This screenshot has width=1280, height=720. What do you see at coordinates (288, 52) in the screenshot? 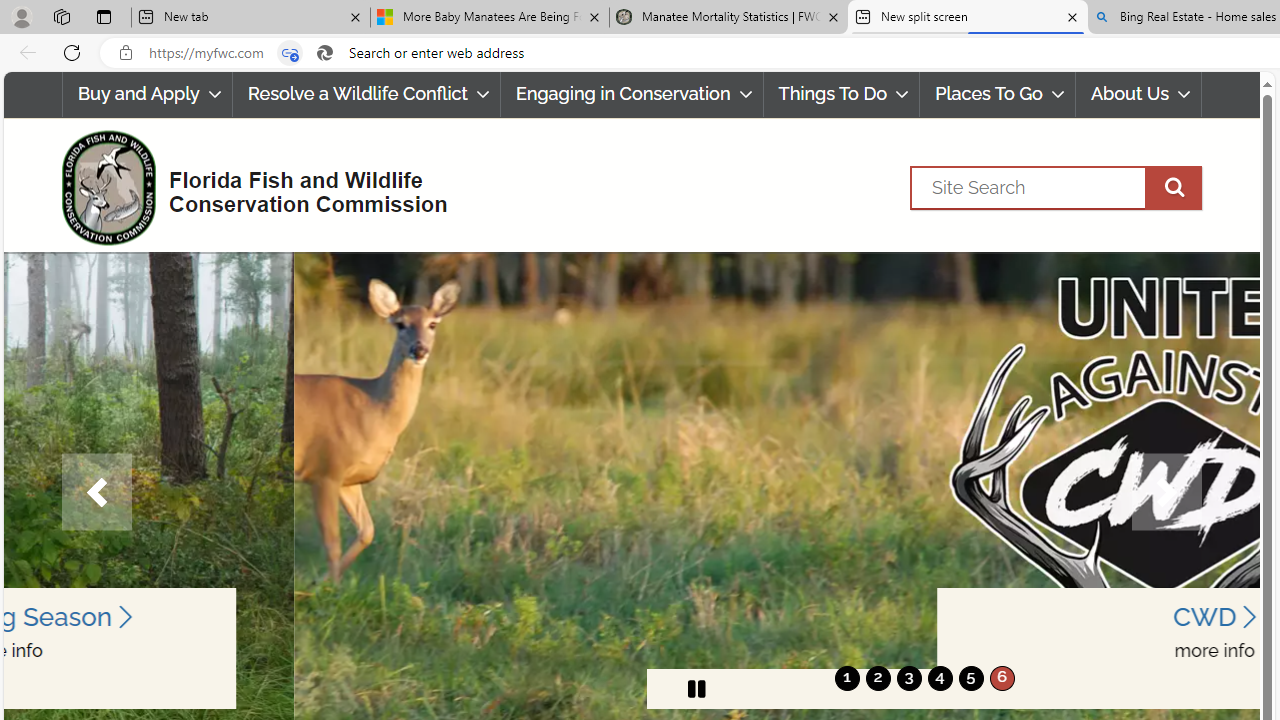
I see `'Tabs in split screen'` at bounding box center [288, 52].